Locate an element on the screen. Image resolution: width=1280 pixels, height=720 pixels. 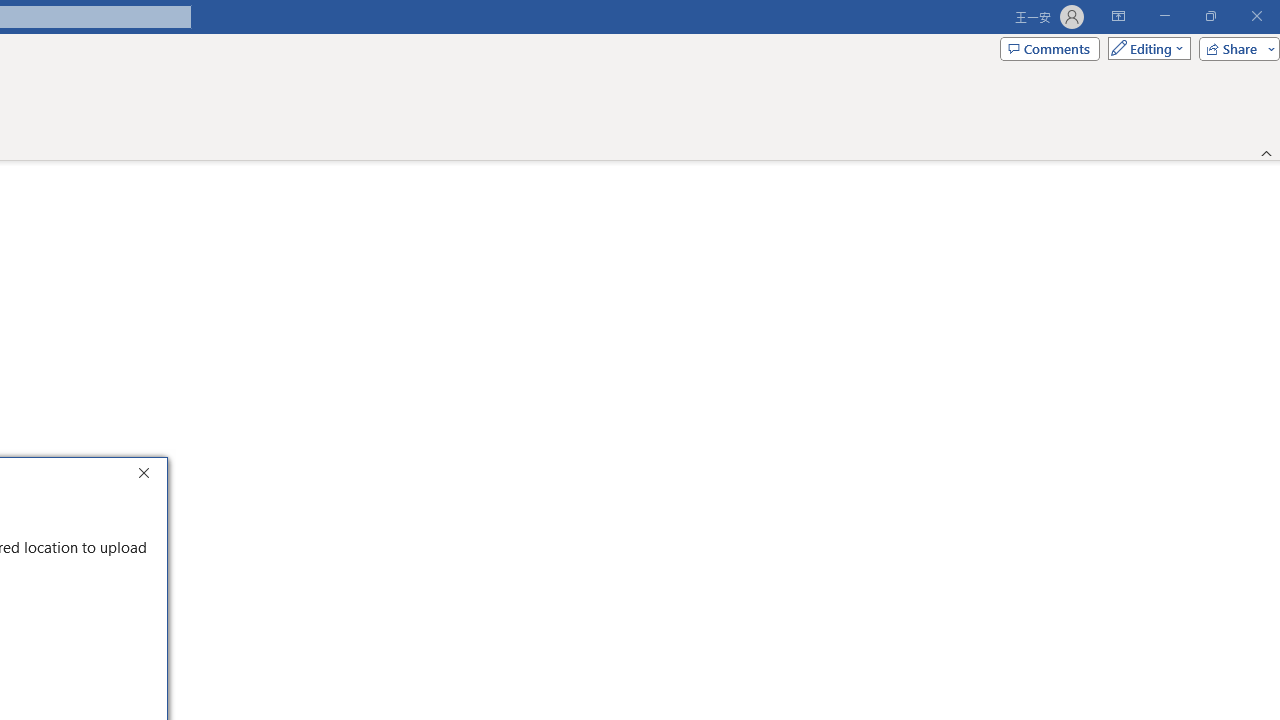
'Restore Down' is located at coordinates (1209, 16).